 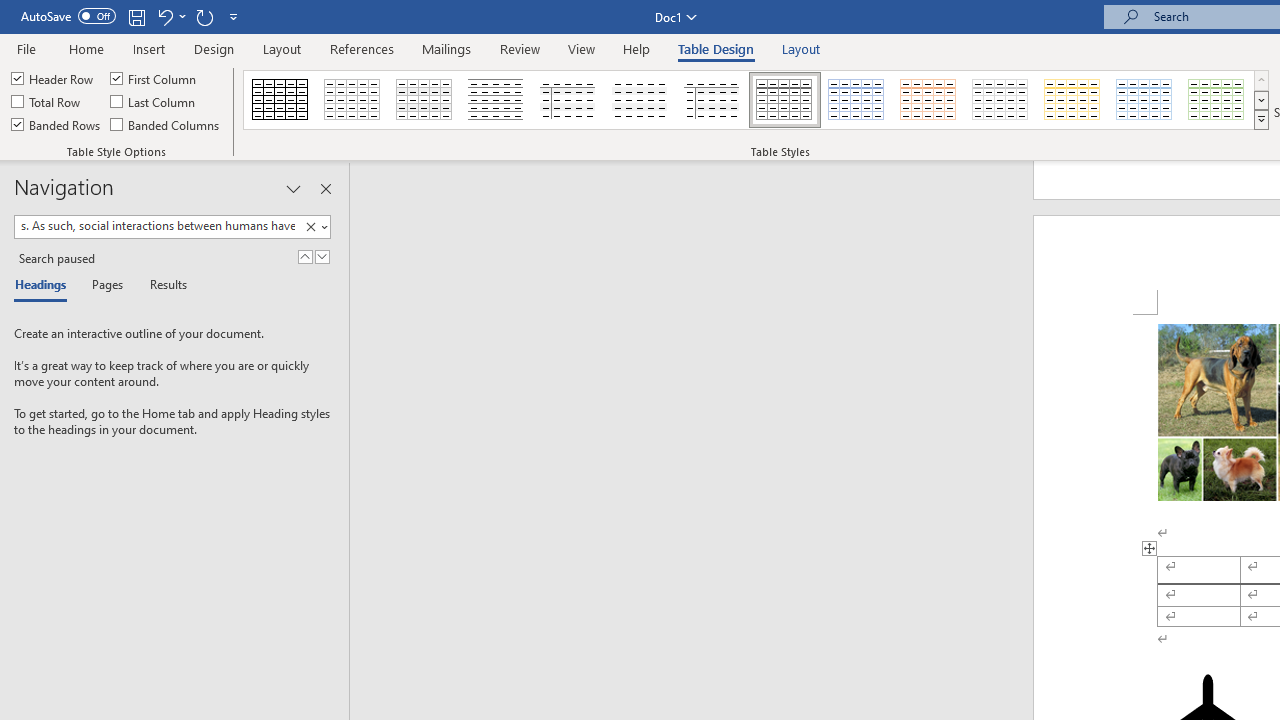 What do you see at coordinates (856, 100) in the screenshot?
I see `'Grid Table 1 Light - Accent 1'` at bounding box center [856, 100].